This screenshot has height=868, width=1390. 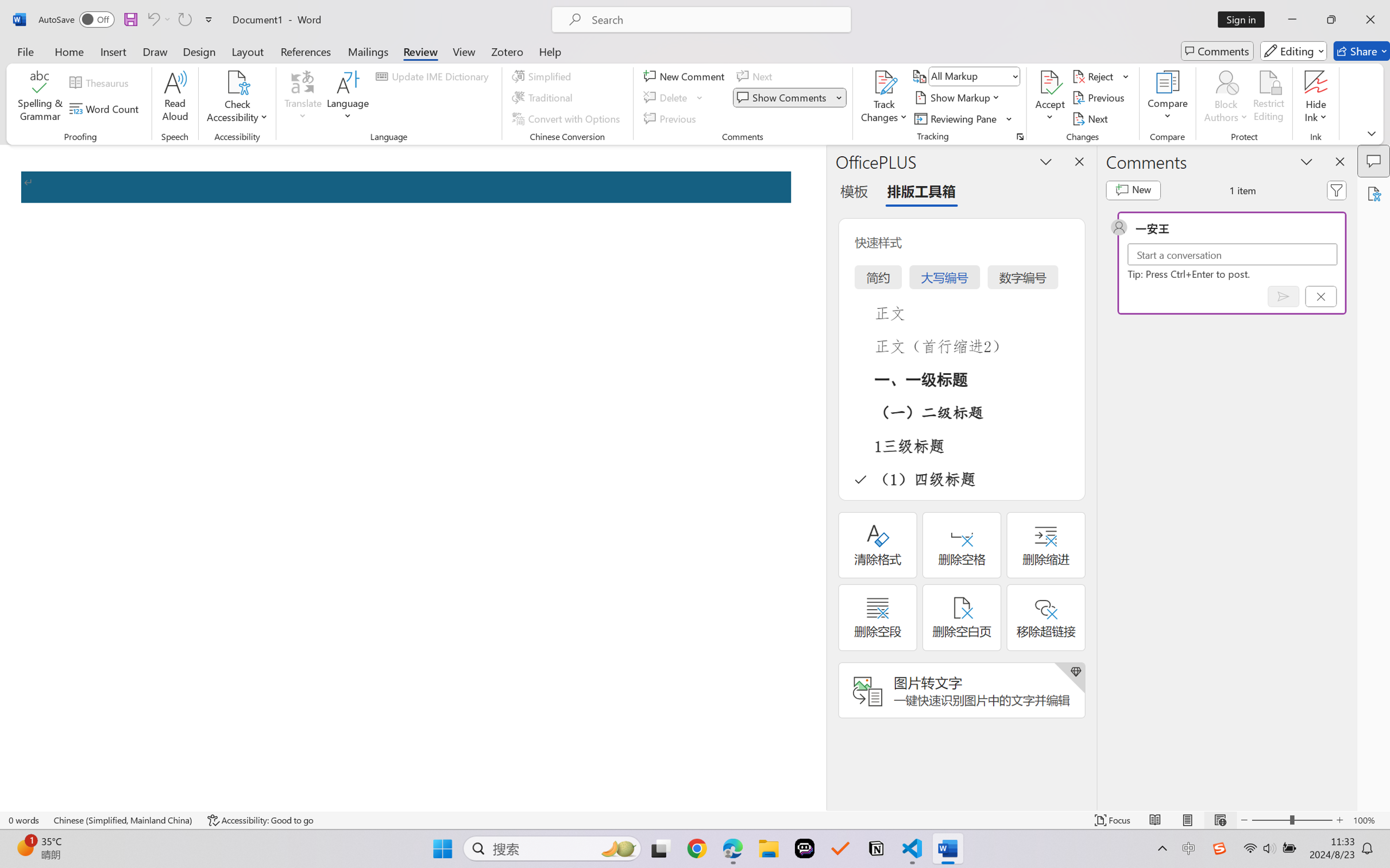 What do you see at coordinates (1294, 51) in the screenshot?
I see `'Editing'` at bounding box center [1294, 51].